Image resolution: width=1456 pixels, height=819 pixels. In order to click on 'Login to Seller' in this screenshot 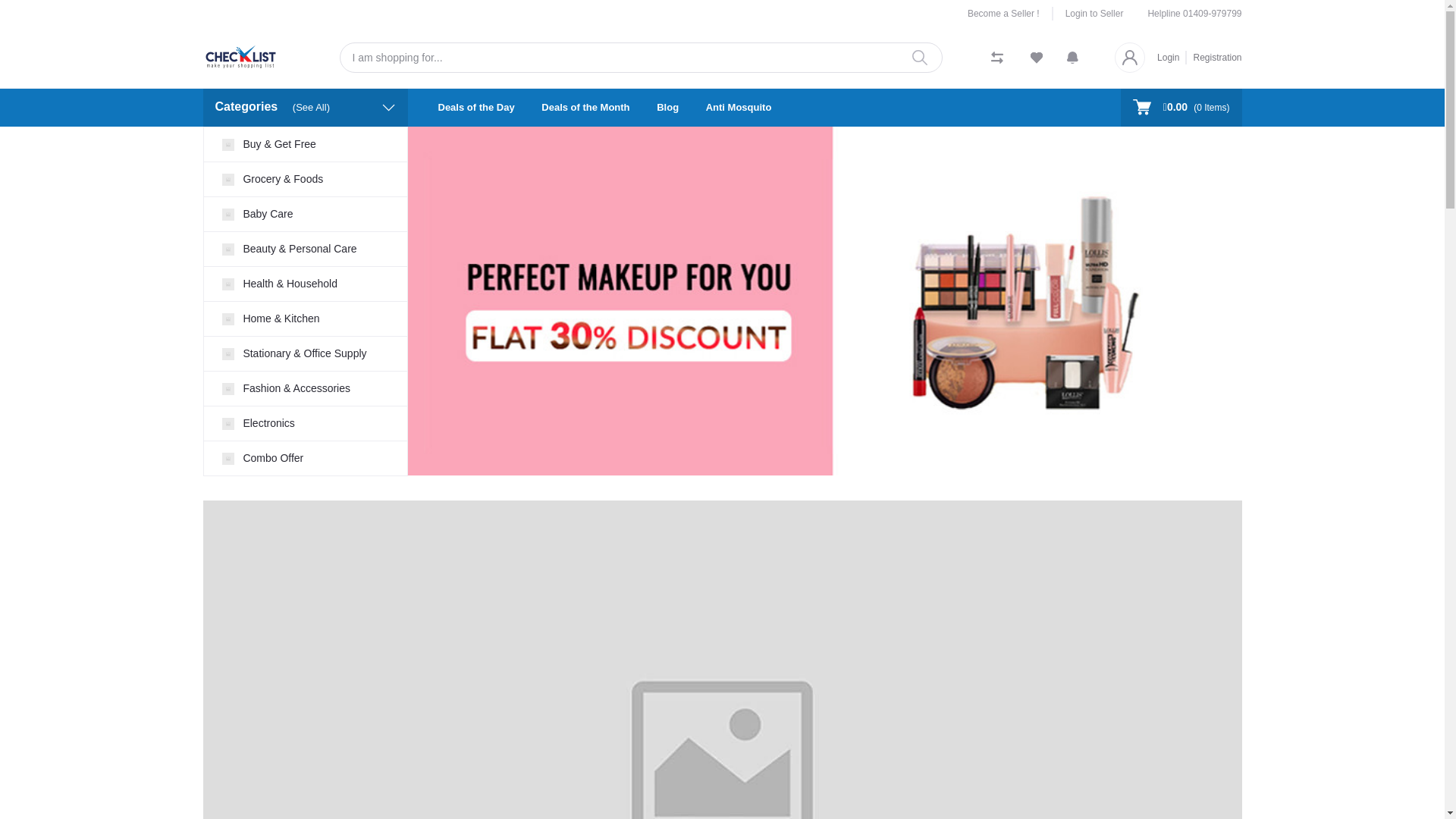, I will do `click(1087, 14)`.